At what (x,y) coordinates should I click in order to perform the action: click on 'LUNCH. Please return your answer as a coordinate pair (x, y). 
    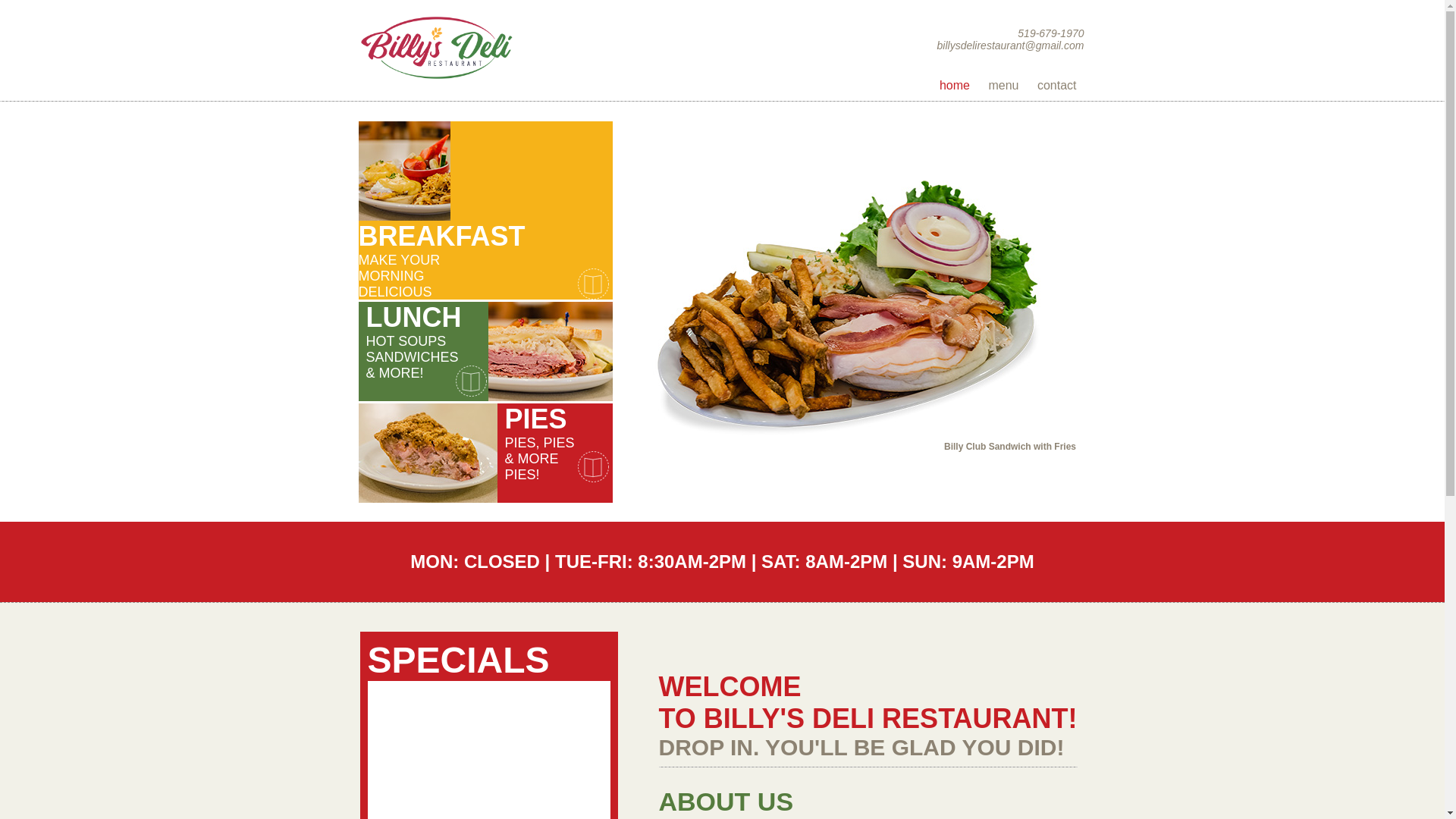
    Looking at the image, I should click on (488, 350).